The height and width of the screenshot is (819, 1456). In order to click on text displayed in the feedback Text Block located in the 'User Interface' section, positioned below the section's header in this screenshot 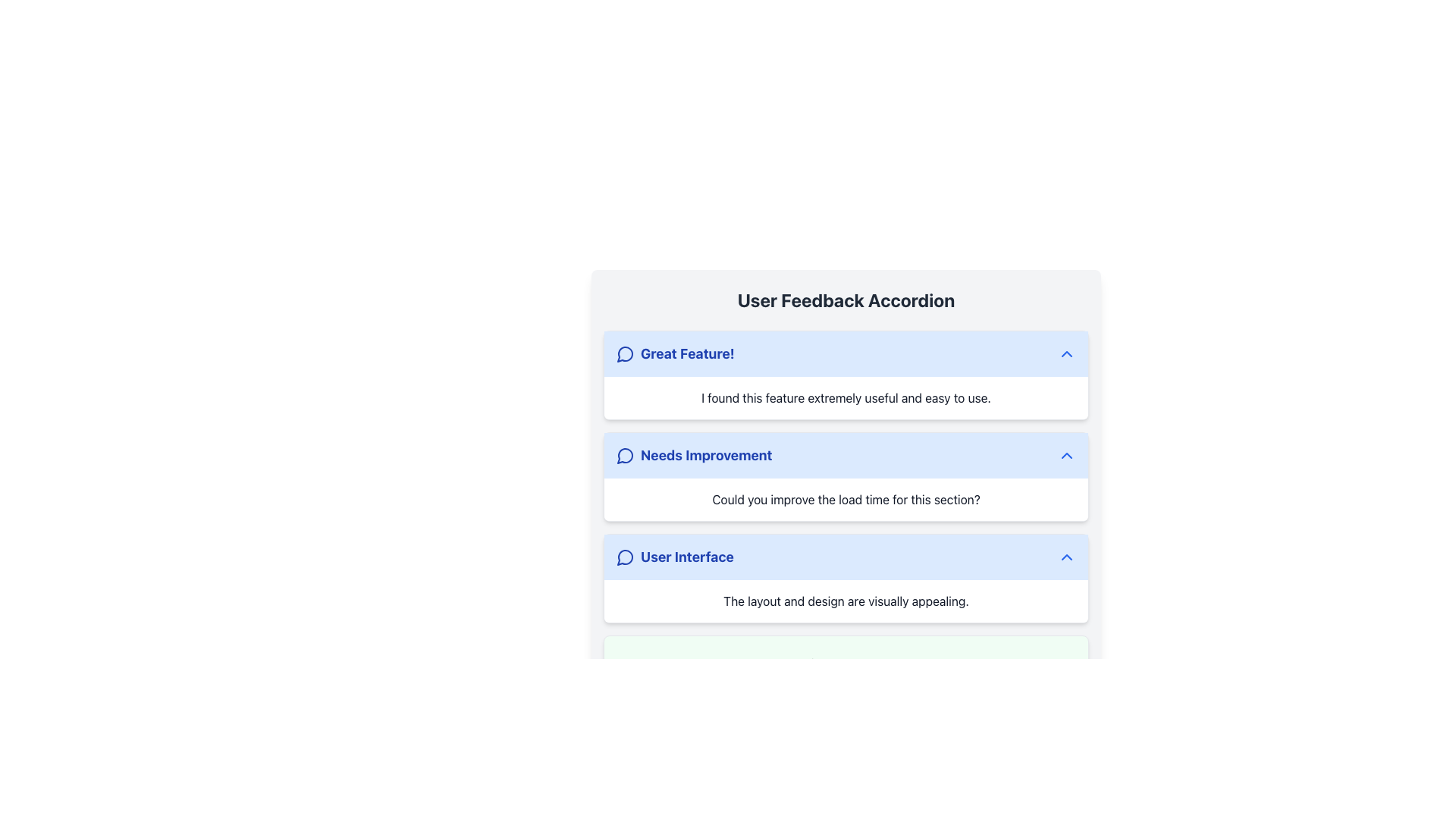, I will do `click(846, 601)`.